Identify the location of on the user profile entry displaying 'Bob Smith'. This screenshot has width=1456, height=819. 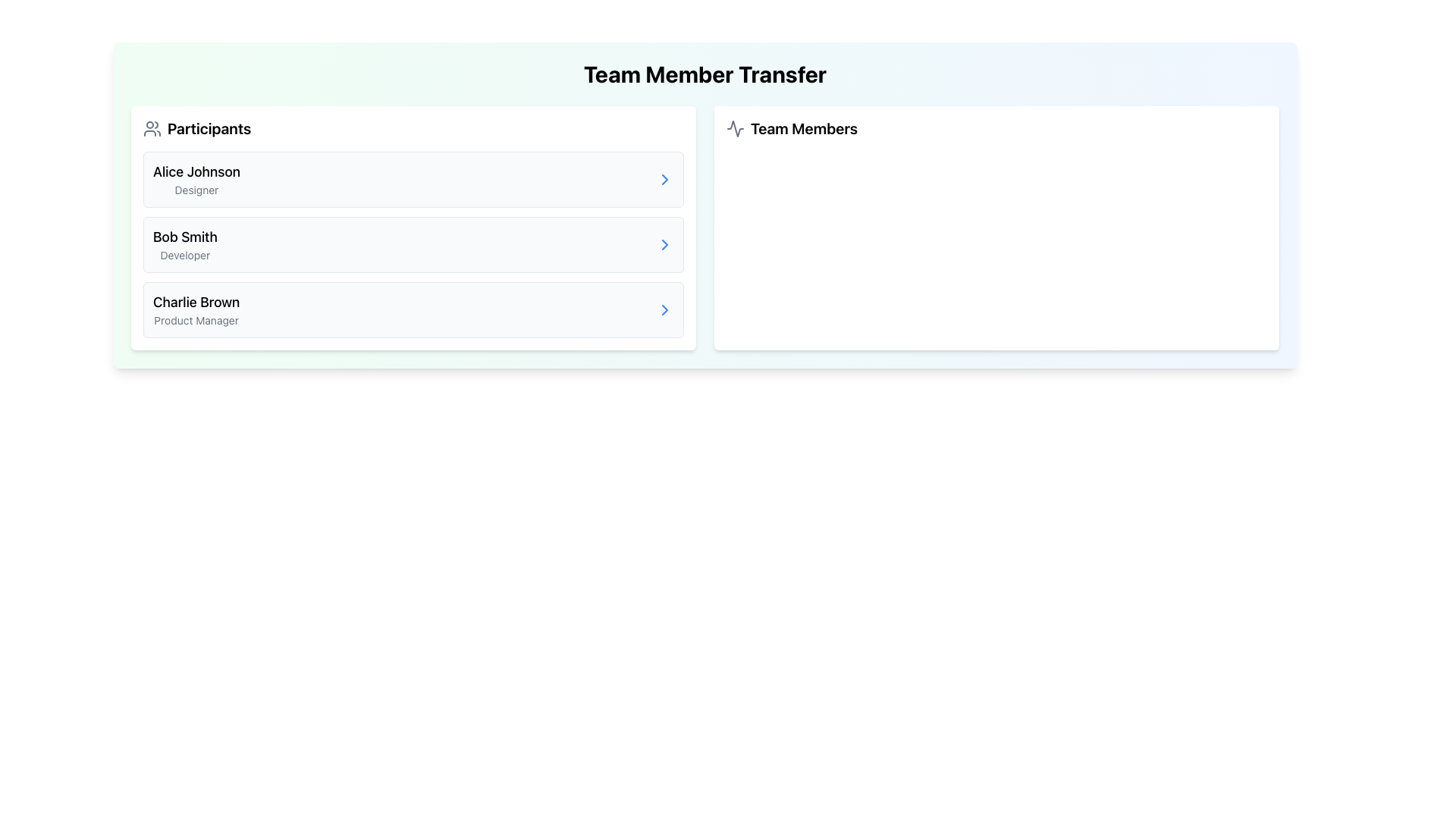
(184, 244).